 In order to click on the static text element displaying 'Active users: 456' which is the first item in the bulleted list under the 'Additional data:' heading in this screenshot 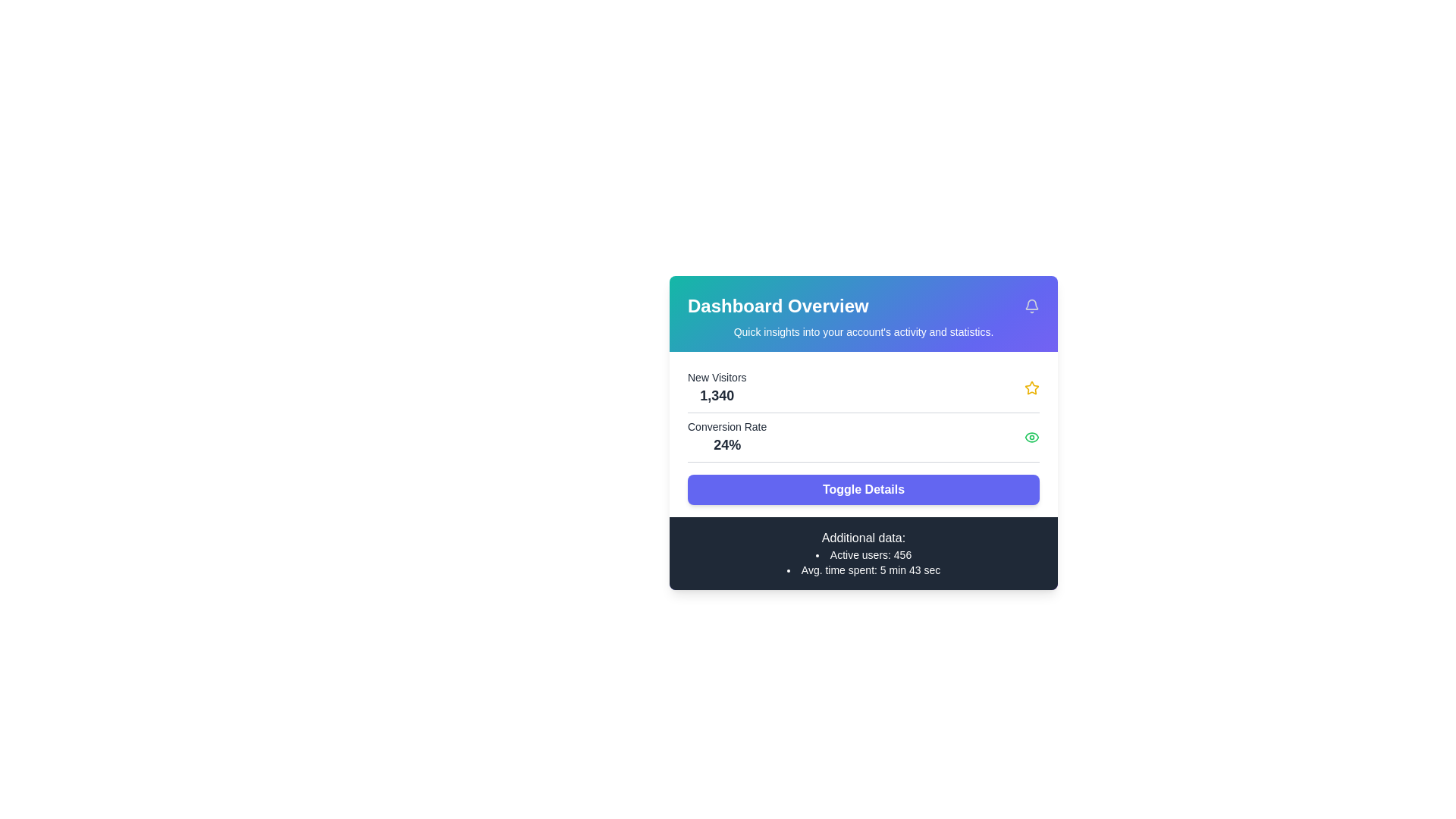, I will do `click(863, 555)`.